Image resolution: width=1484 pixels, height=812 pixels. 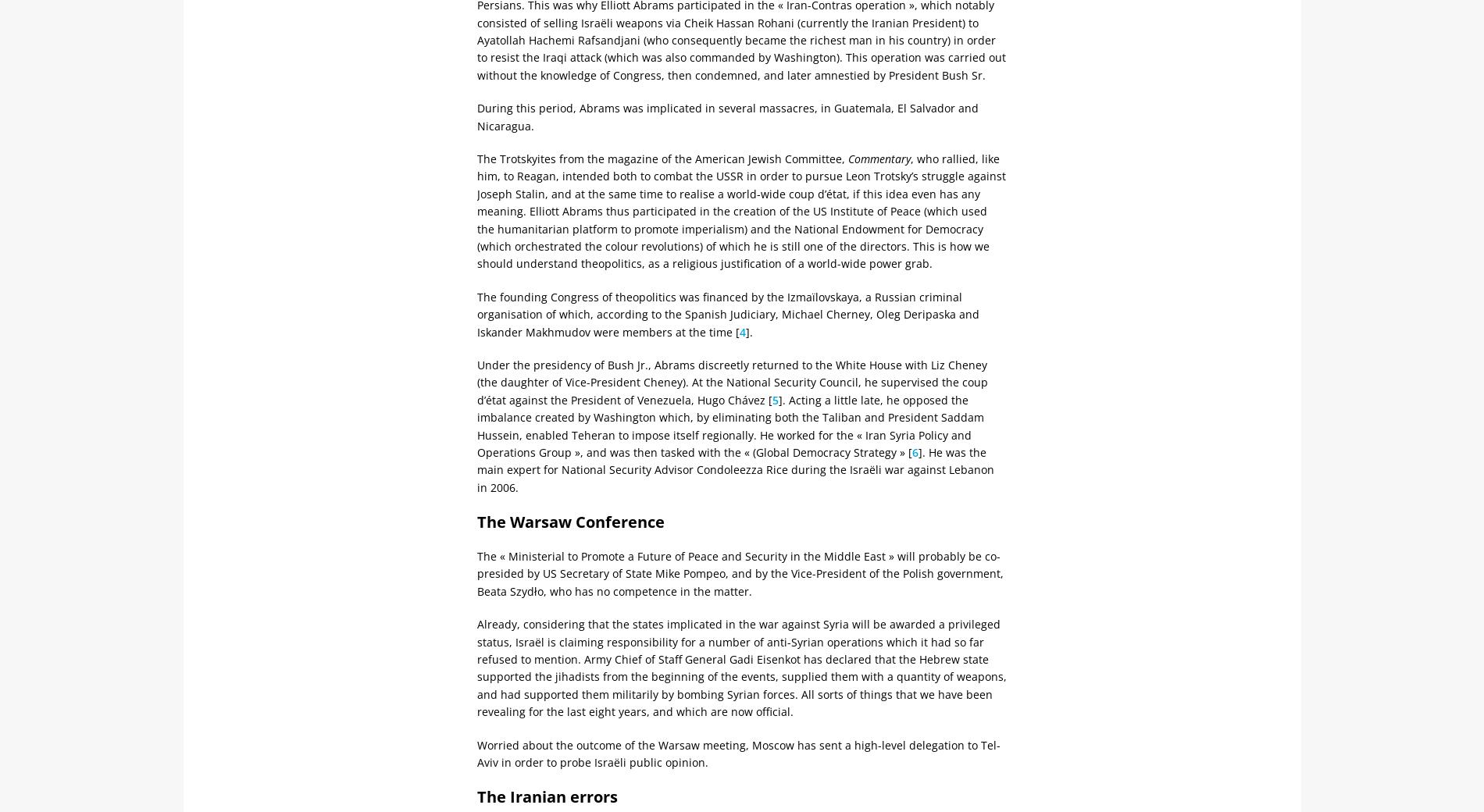 I want to click on '].', so click(x=749, y=331).